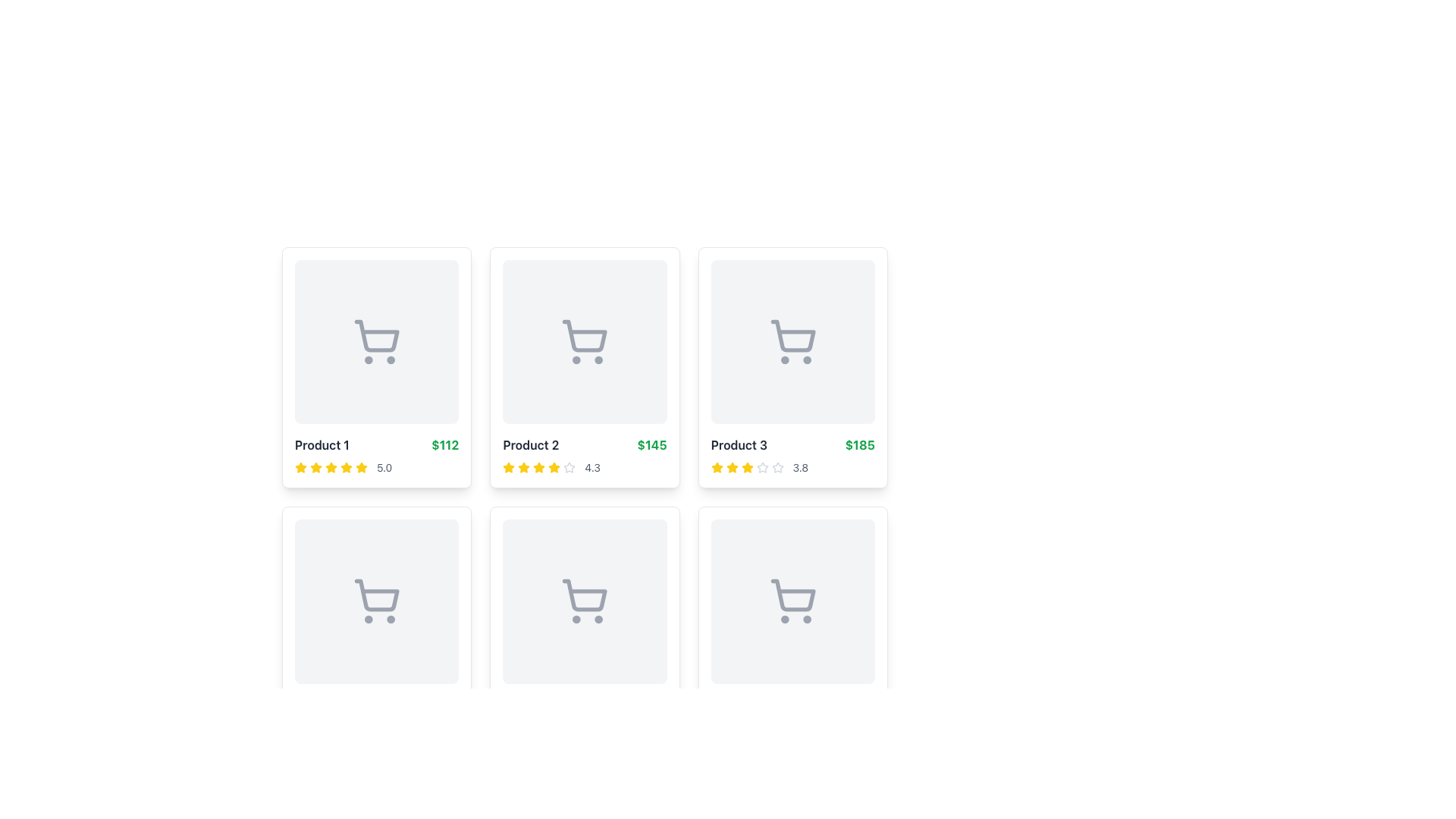 The height and width of the screenshot is (819, 1456). What do you see at coordinates (762, 467) in the screenshot?
I see `the fifth star icon in the rating system for 'Product 3', which visually indicates a non-filled rating level` at bounding box center [762, 467].